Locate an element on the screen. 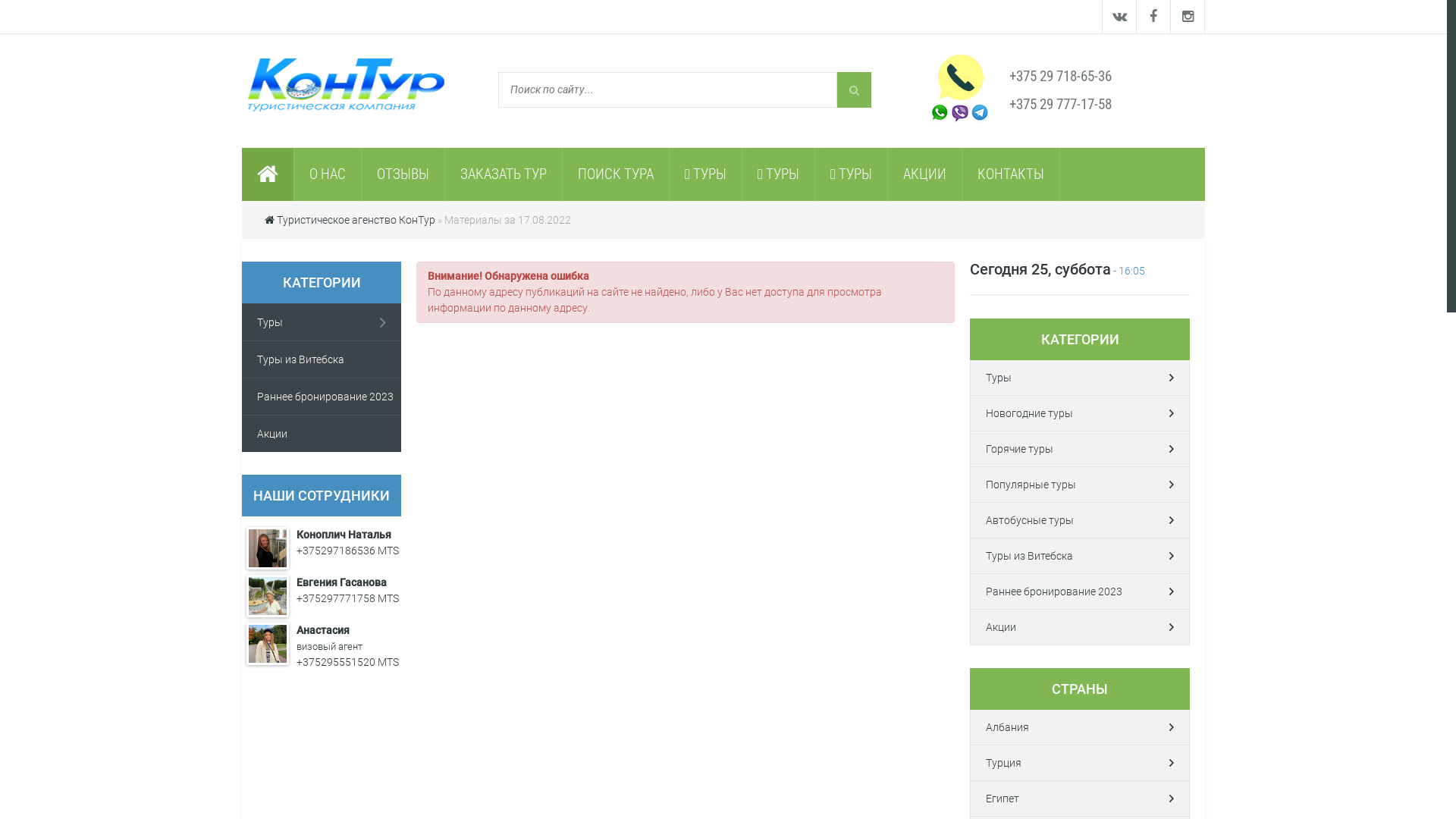  '+375 29 777-17-58' is located at coordinates (1009, 103).